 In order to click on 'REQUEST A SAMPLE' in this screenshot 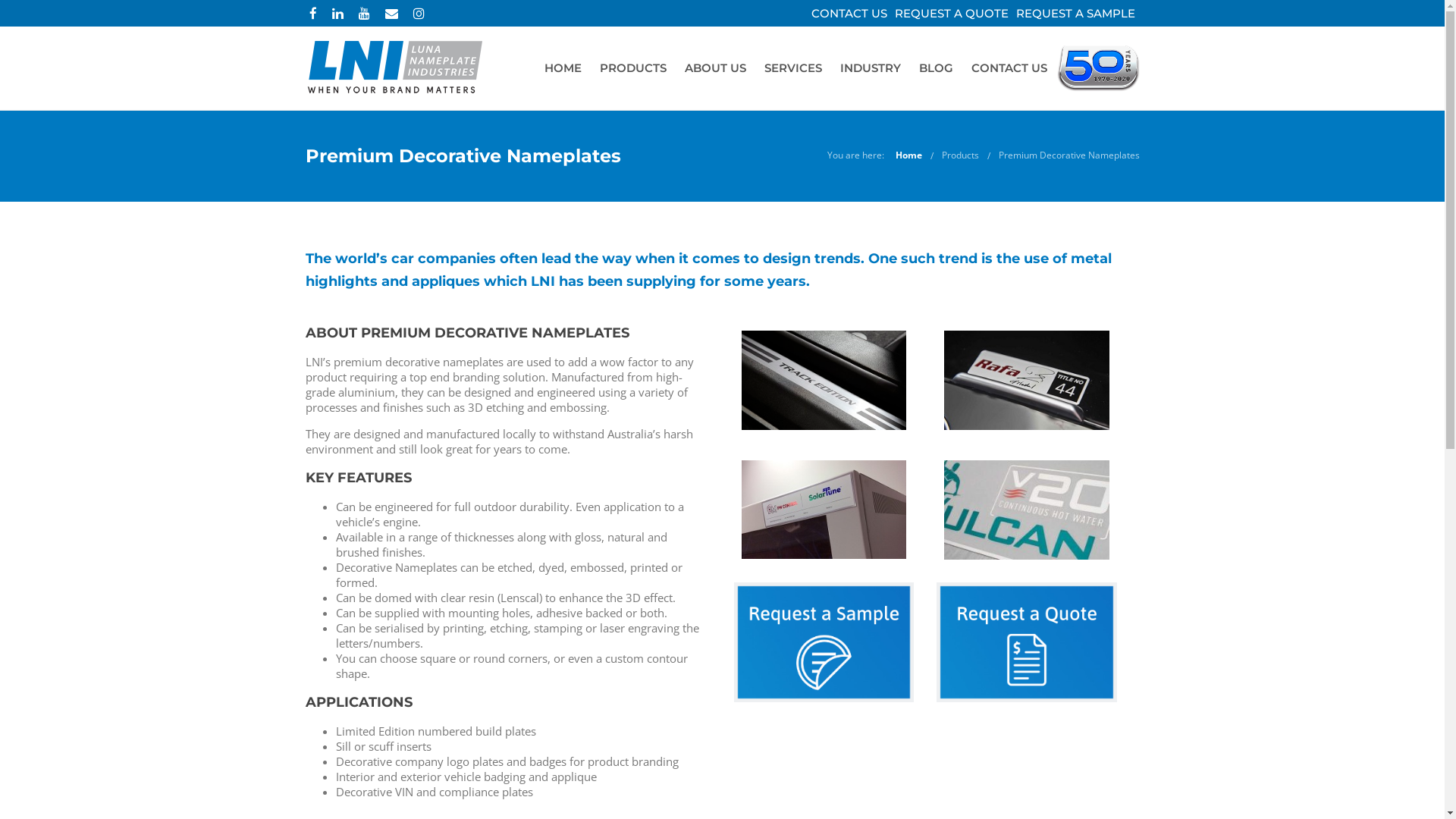, I will do `click(1075, 13)`.